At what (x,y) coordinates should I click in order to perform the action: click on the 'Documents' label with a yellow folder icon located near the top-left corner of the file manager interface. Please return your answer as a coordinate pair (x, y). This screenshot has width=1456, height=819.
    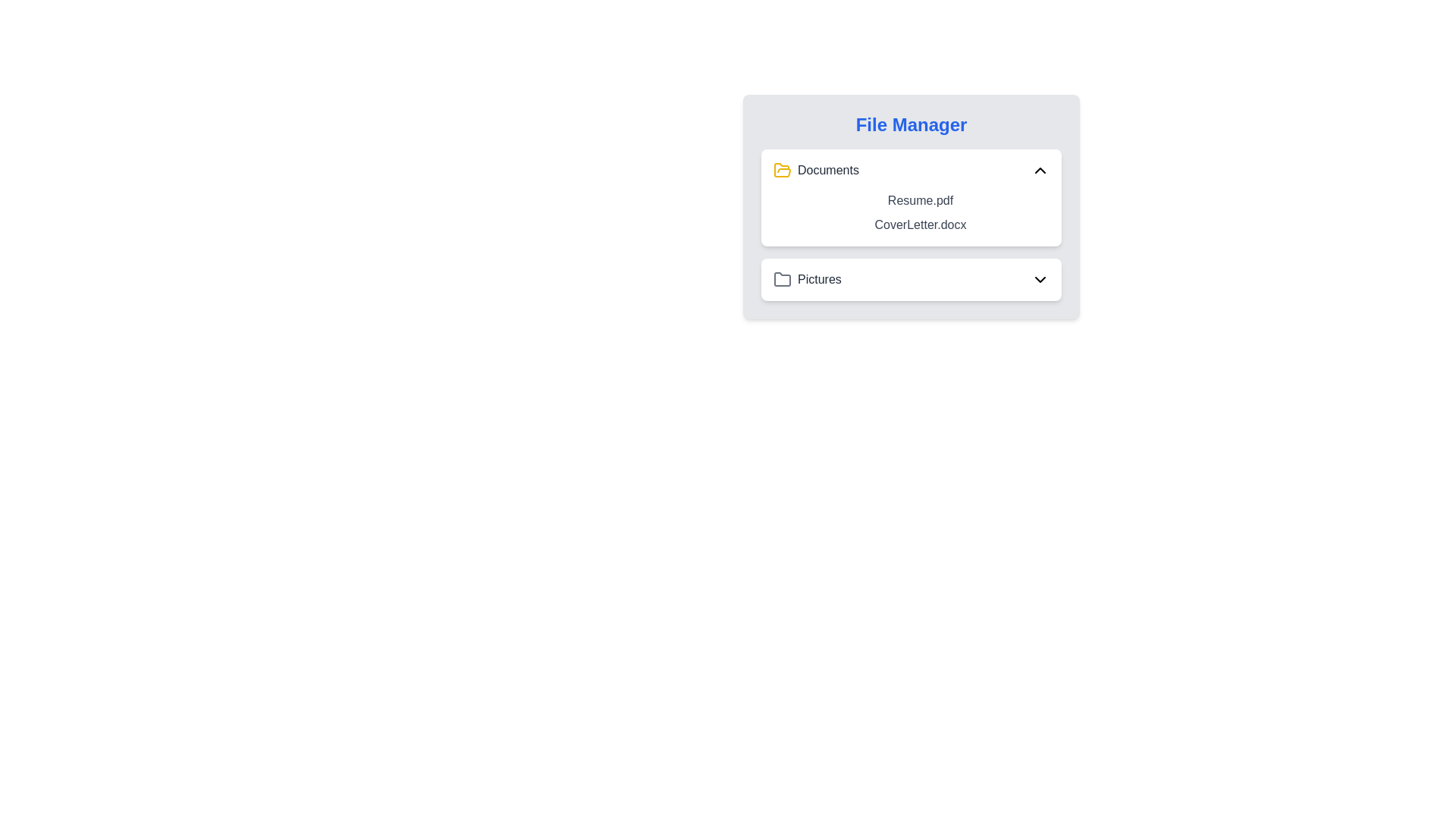
    Looking at the image, I should click on (815, 170).